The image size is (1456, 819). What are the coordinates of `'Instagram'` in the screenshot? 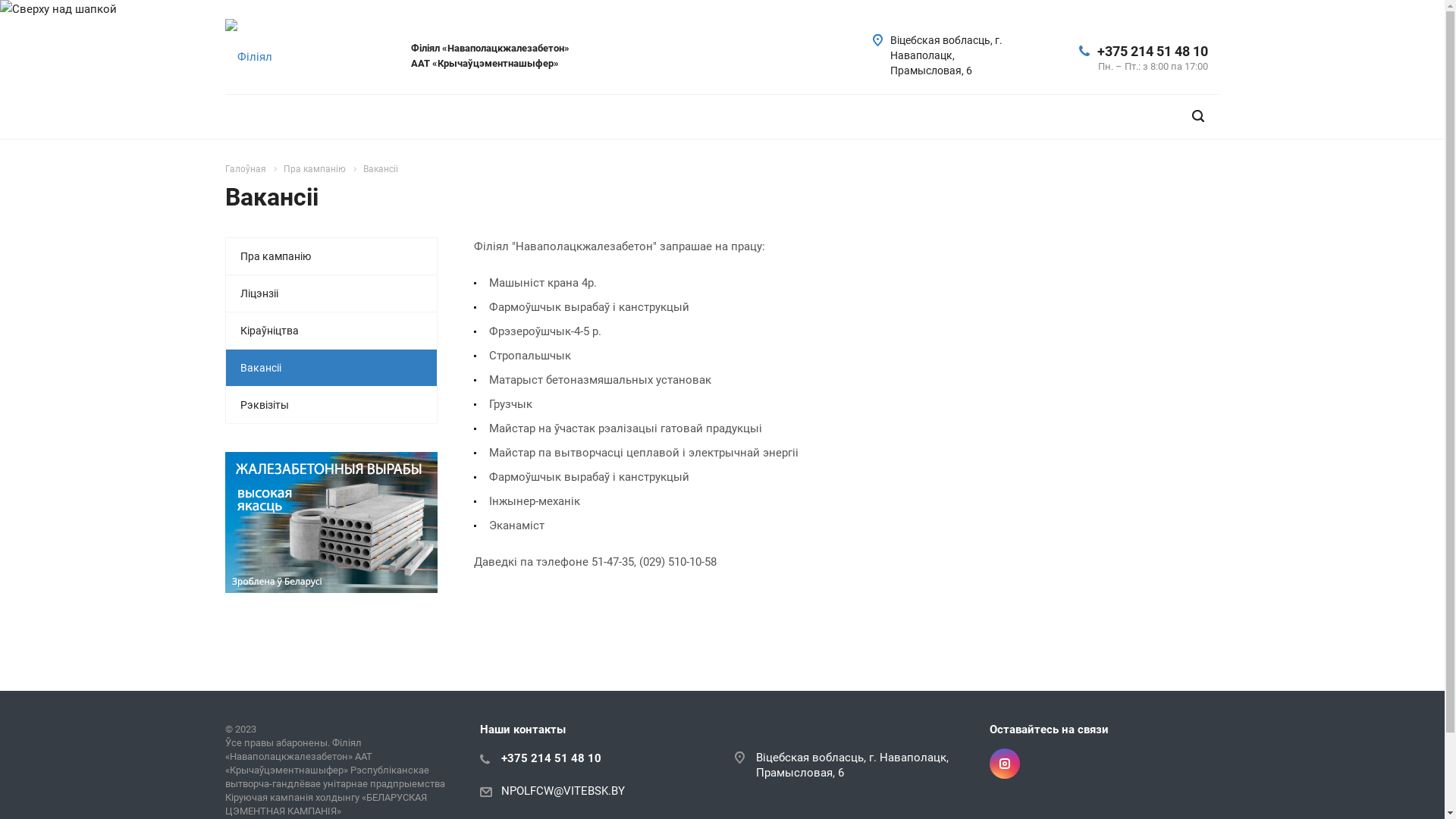 It's located at (989, 763).